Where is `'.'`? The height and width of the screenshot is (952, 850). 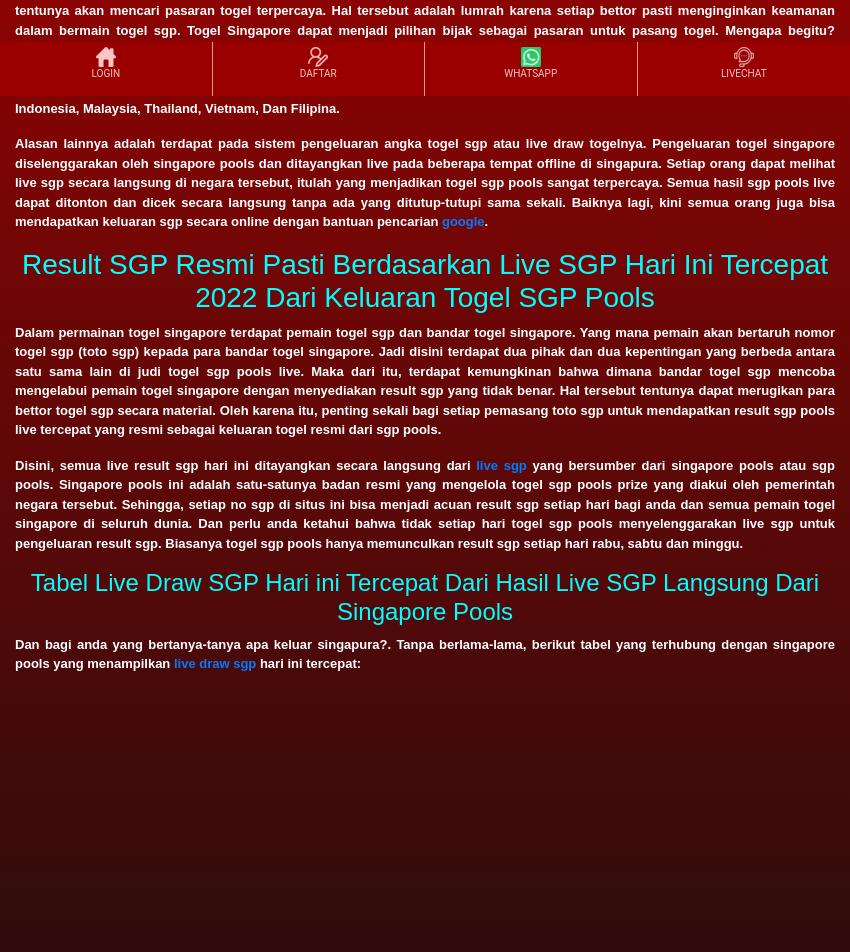 '.' is located at coordinates (483, 221).